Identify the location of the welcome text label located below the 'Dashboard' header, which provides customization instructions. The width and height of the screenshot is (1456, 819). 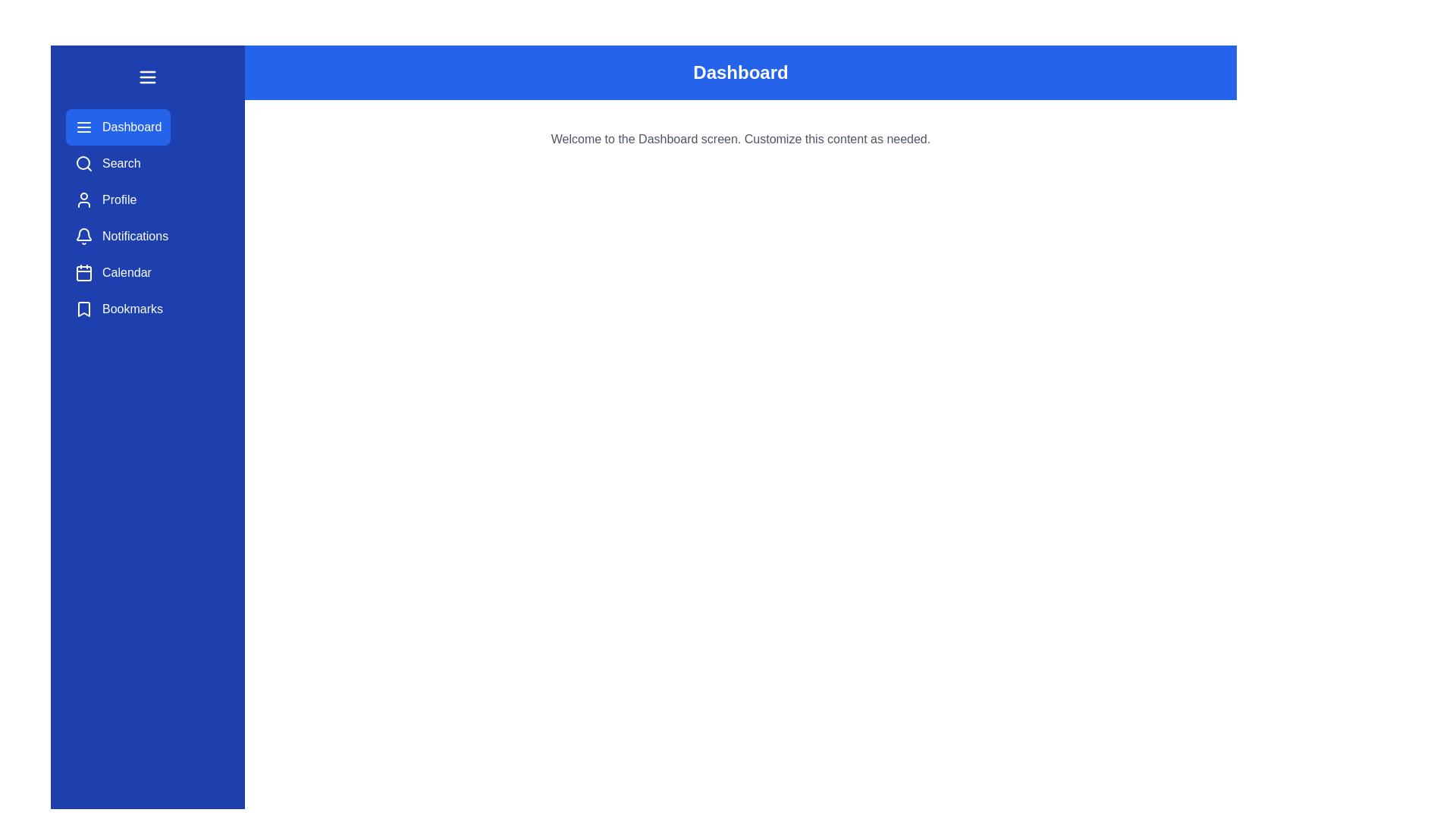
(741, 140).